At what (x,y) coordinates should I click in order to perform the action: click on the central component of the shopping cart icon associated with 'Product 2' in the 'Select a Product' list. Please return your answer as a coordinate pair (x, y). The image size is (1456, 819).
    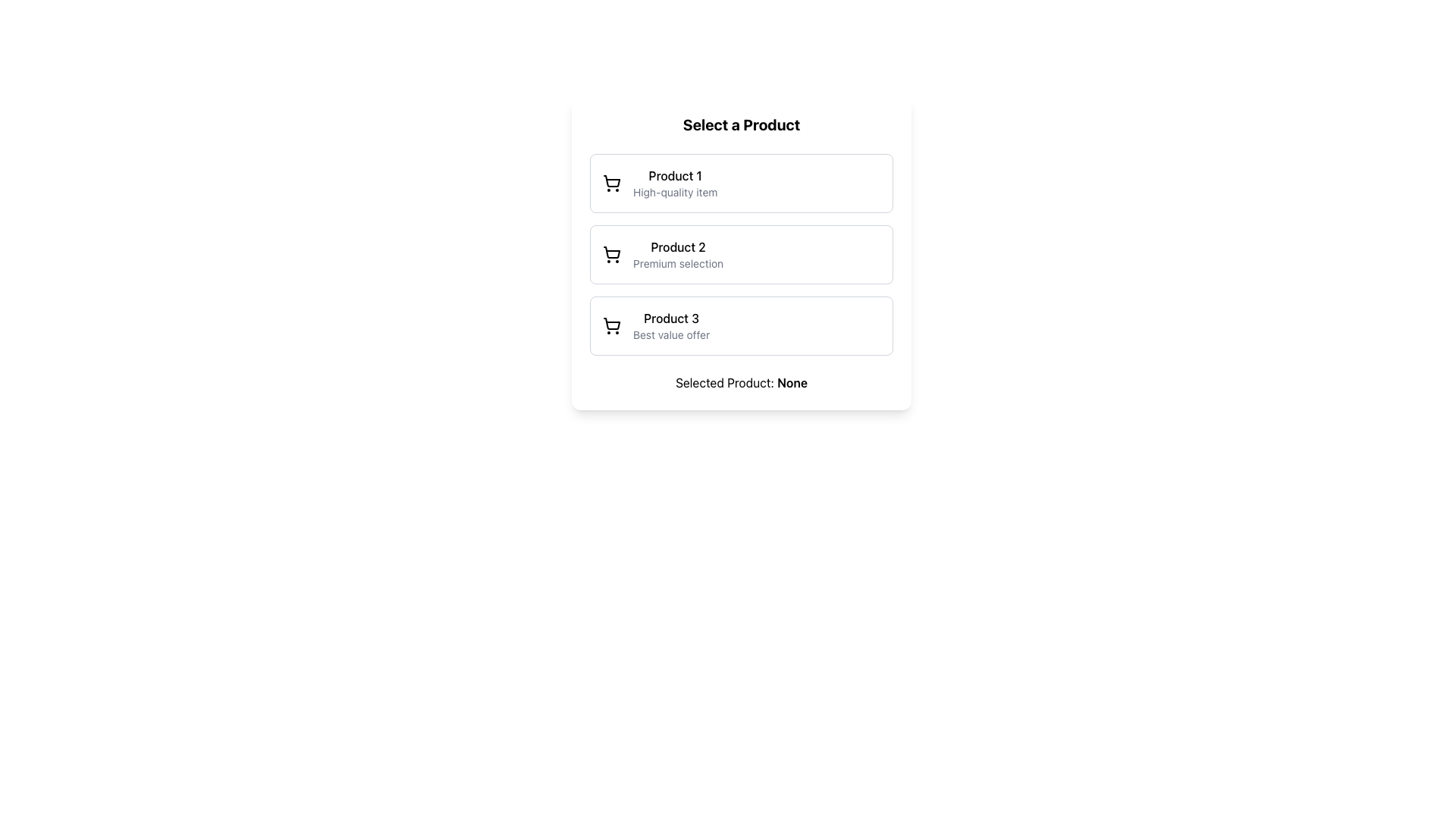
    Looking at the image, I should click on (611, 252).